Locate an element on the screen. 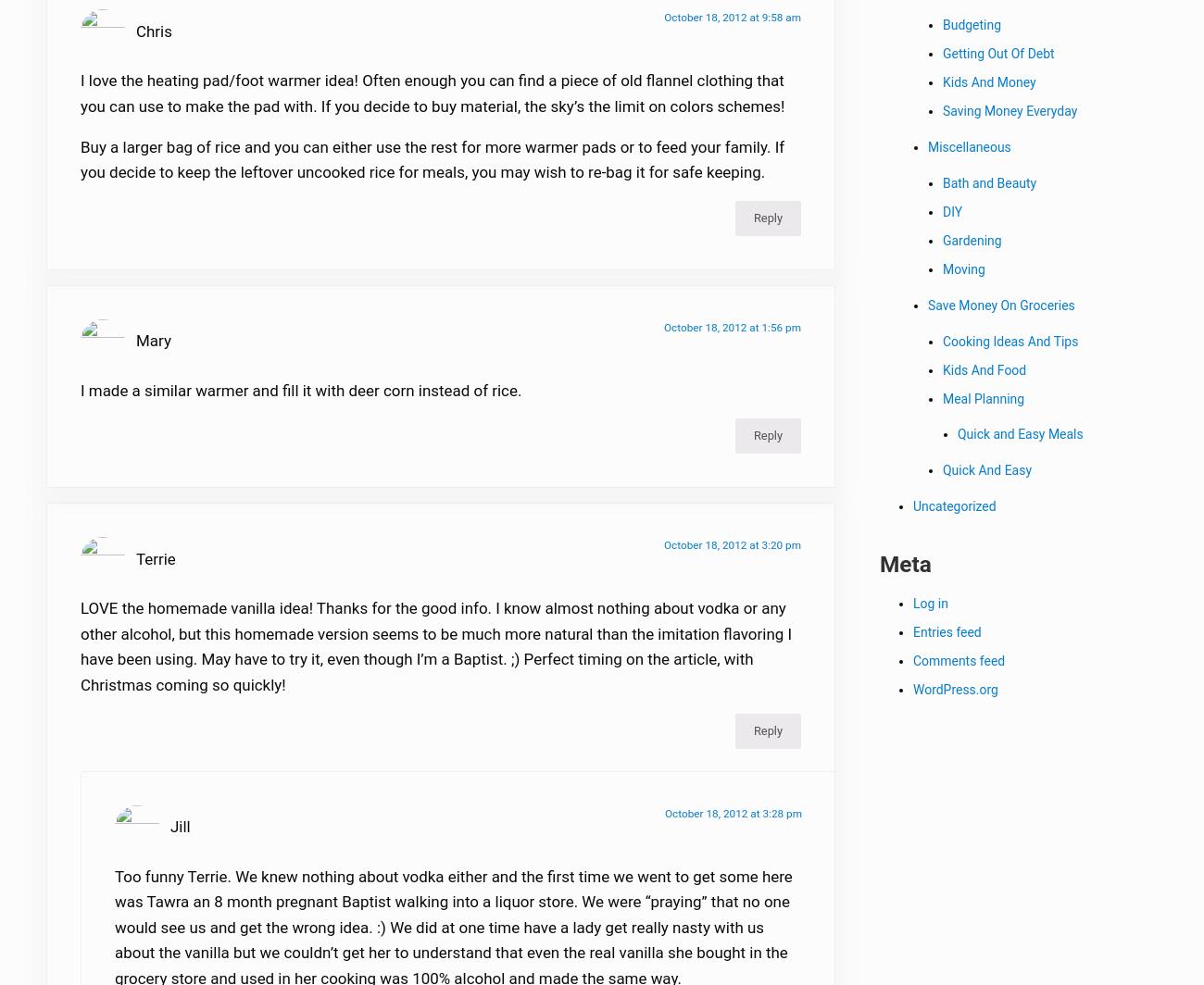  'October 18, 2012 at 3:20 pm' is located at coordinates (732, 555).